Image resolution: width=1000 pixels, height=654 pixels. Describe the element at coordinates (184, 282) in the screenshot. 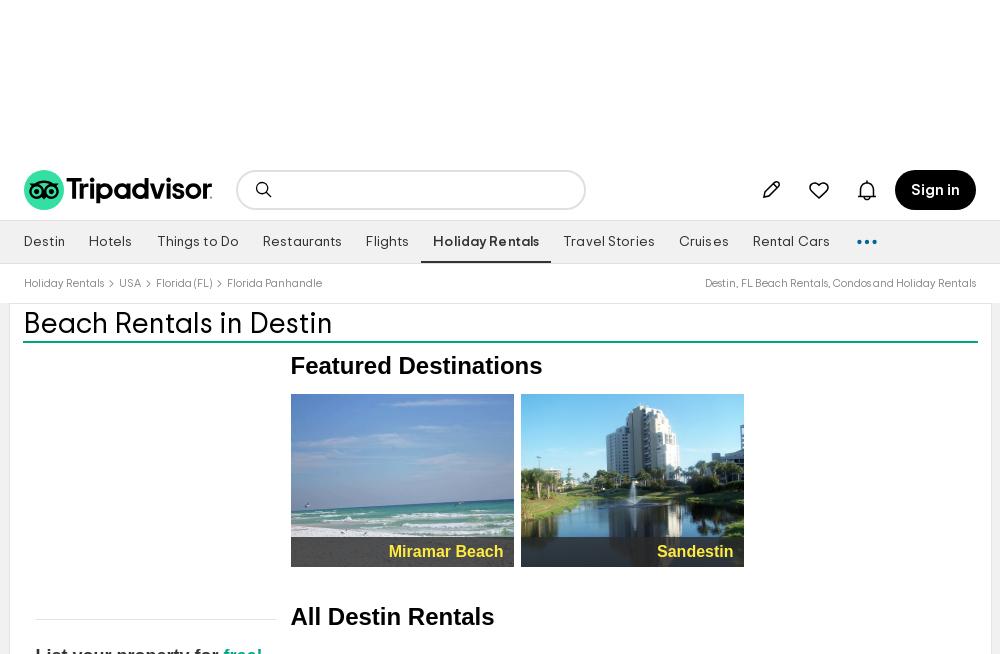

I see `'Florida (FL)'` at that location.